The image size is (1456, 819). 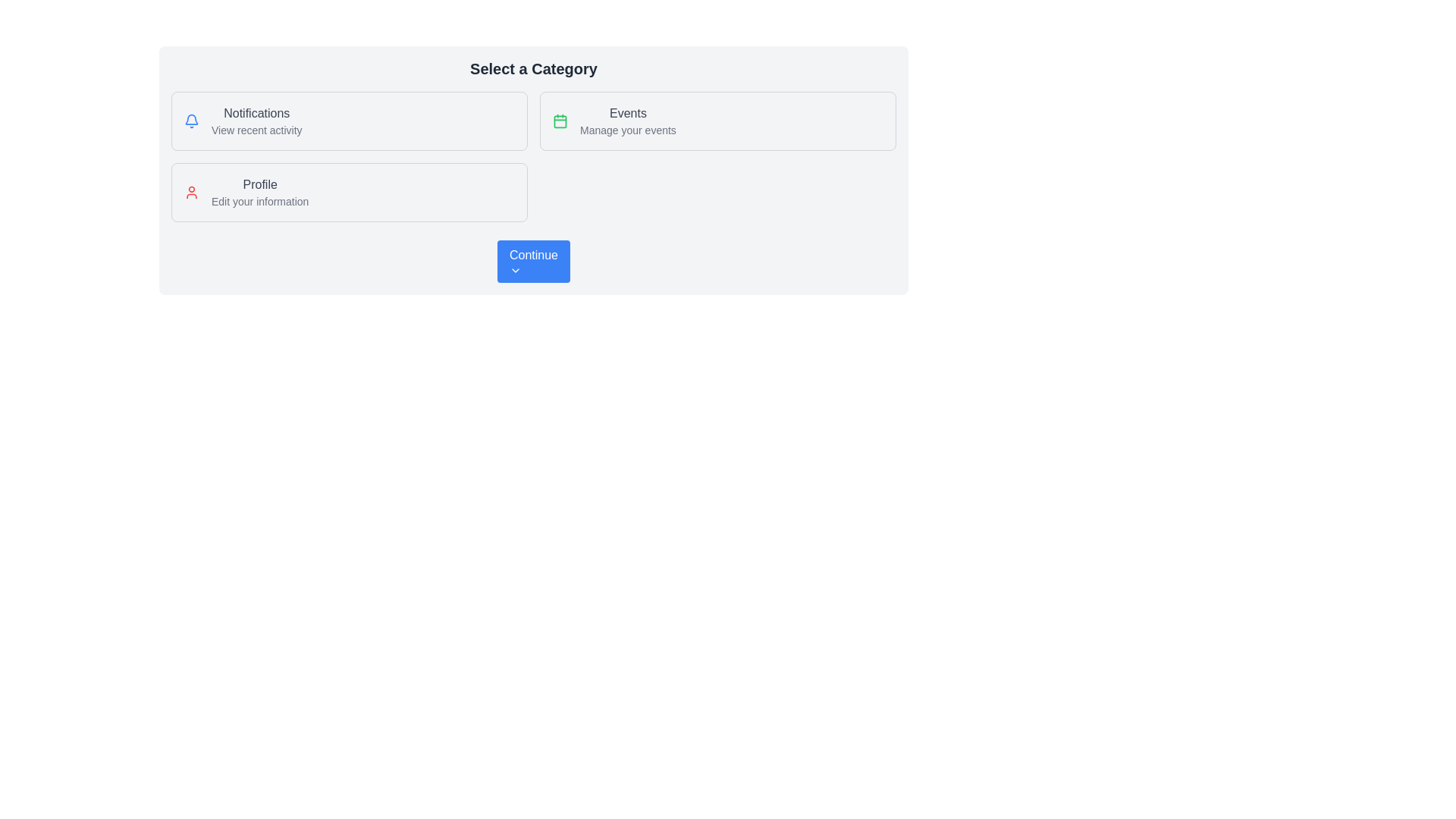 I want to click on the static text label displaying 'Events', which is bold and gray, located in the event management section of the UI, so click(x=628, y=113).